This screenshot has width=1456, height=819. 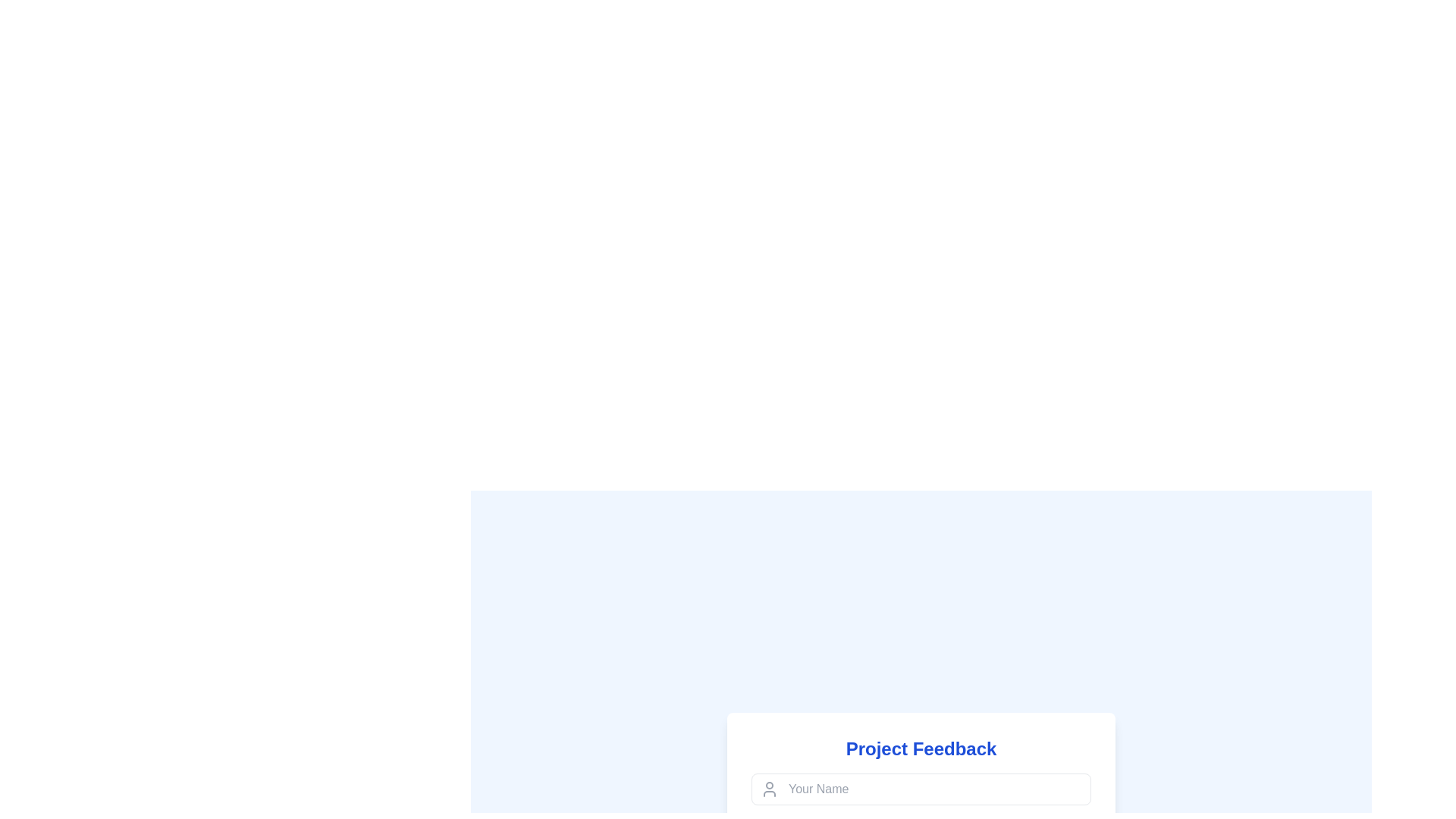 What do you see at coordinates (769, 788) in the screenshot?
I see `the user icon, which is a minimalistic gray circular head and shoulders silhouette positioned to the left inside the input field for the 'Project Feedback' form area` at bounding box center [769, 788].